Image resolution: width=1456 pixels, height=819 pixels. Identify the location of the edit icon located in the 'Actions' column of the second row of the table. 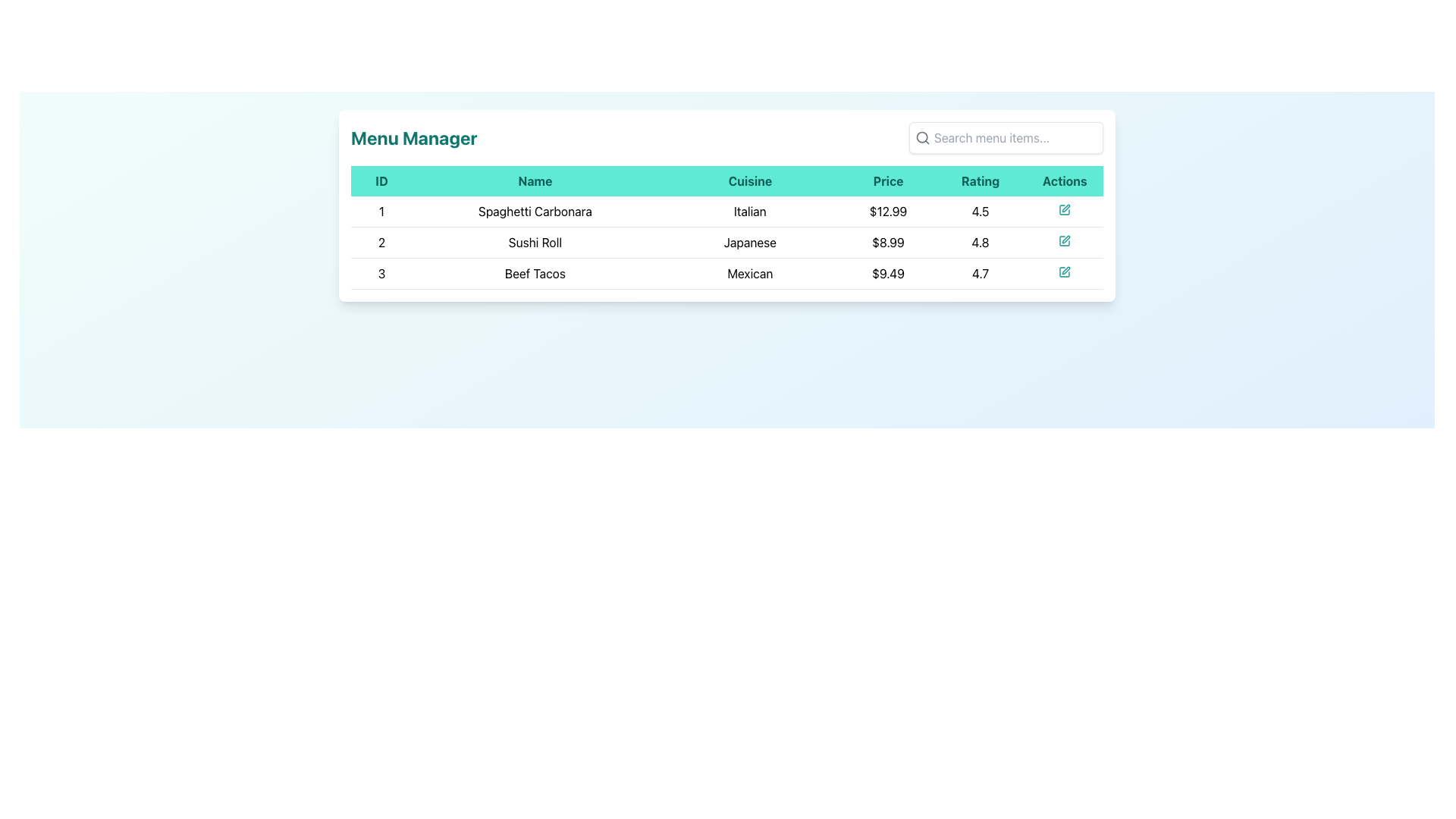
(1065, 239).